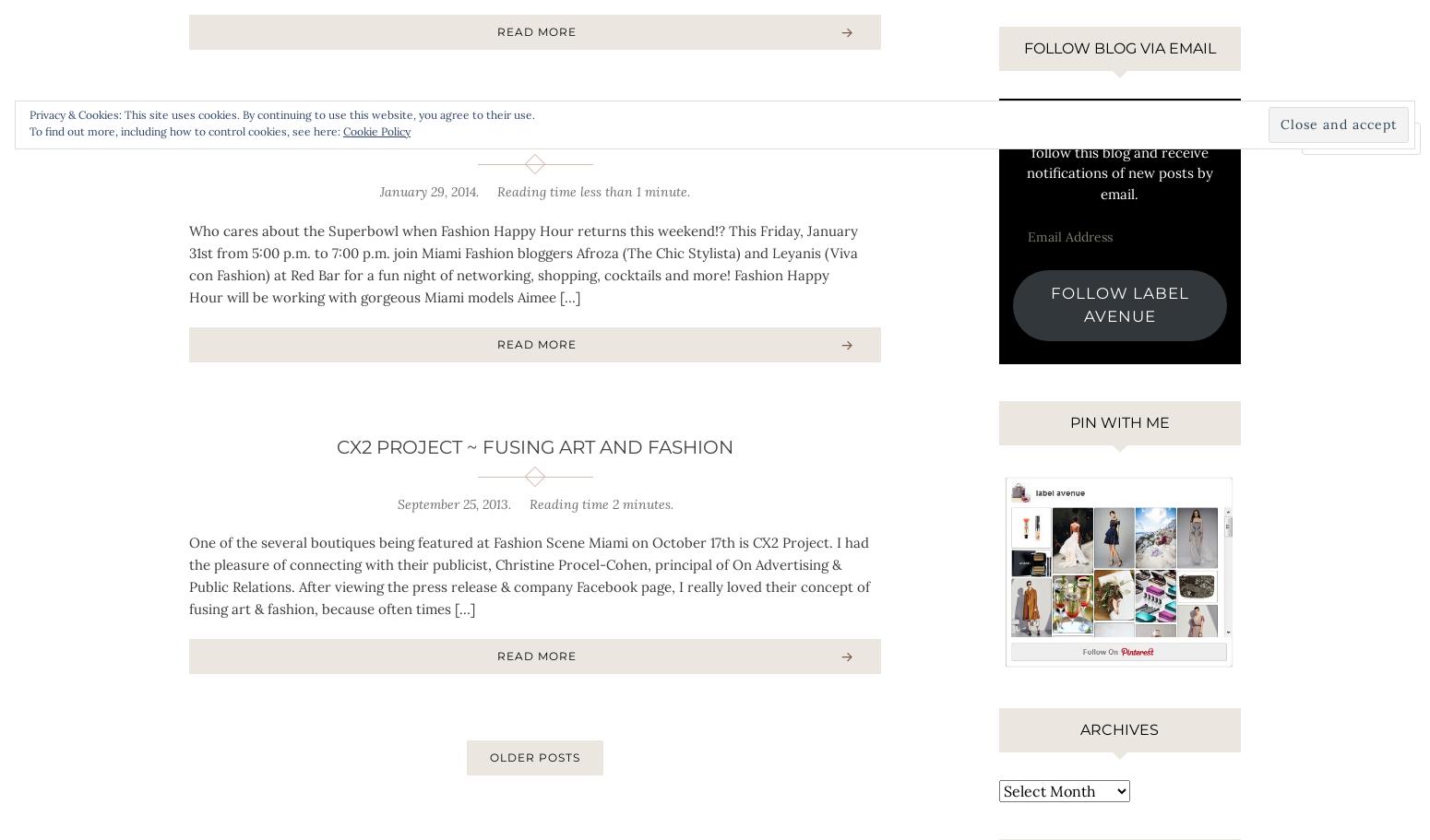 Image resolution: width=1430 pixels, height=840 pixels. Describe the element at coordinates (450, 502) in the screenshot. I see `'September 25, 2013'` at that location.